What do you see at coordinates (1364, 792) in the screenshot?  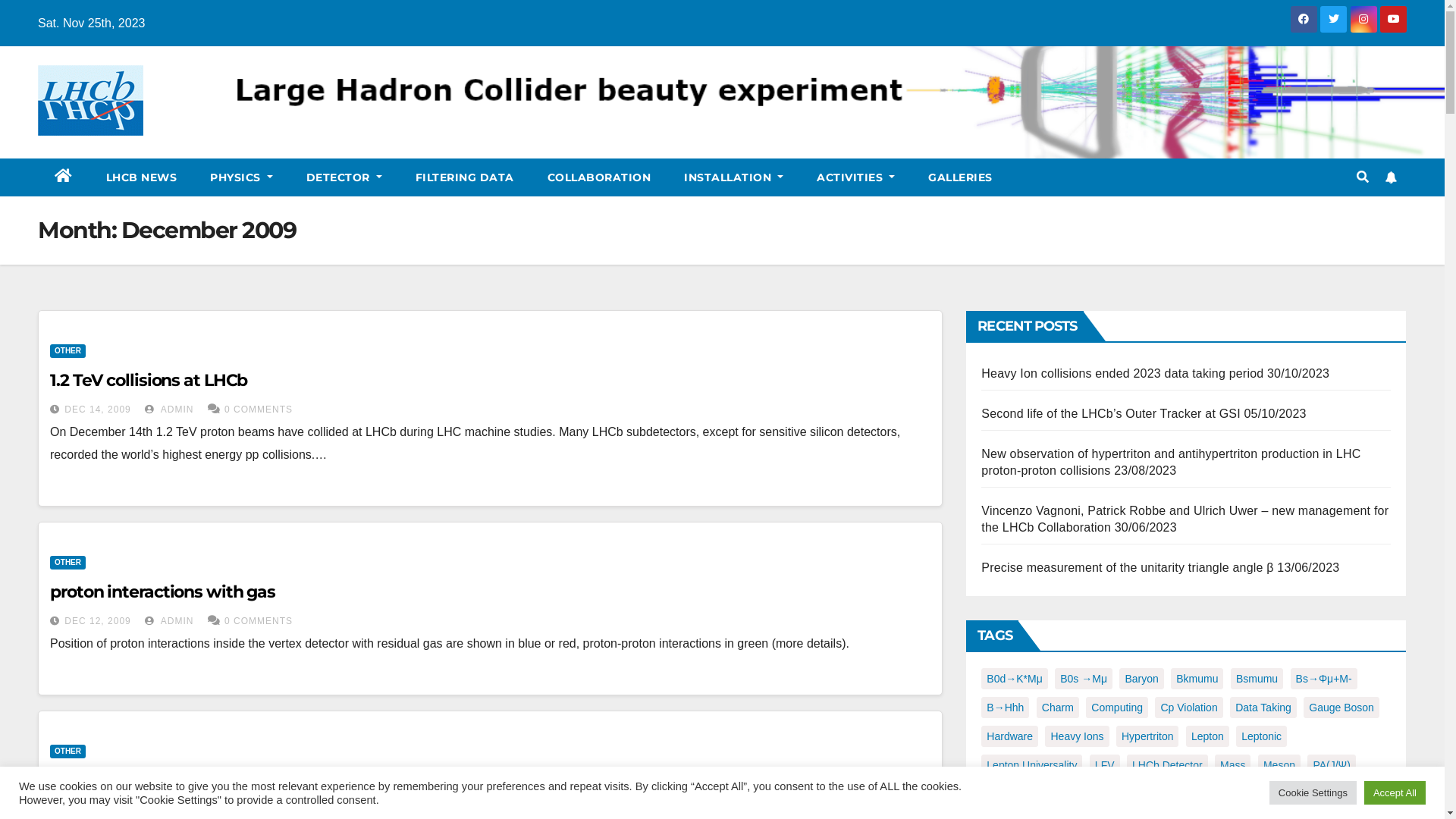 I see `'Accept All'` at bounding box center [1364, 792].